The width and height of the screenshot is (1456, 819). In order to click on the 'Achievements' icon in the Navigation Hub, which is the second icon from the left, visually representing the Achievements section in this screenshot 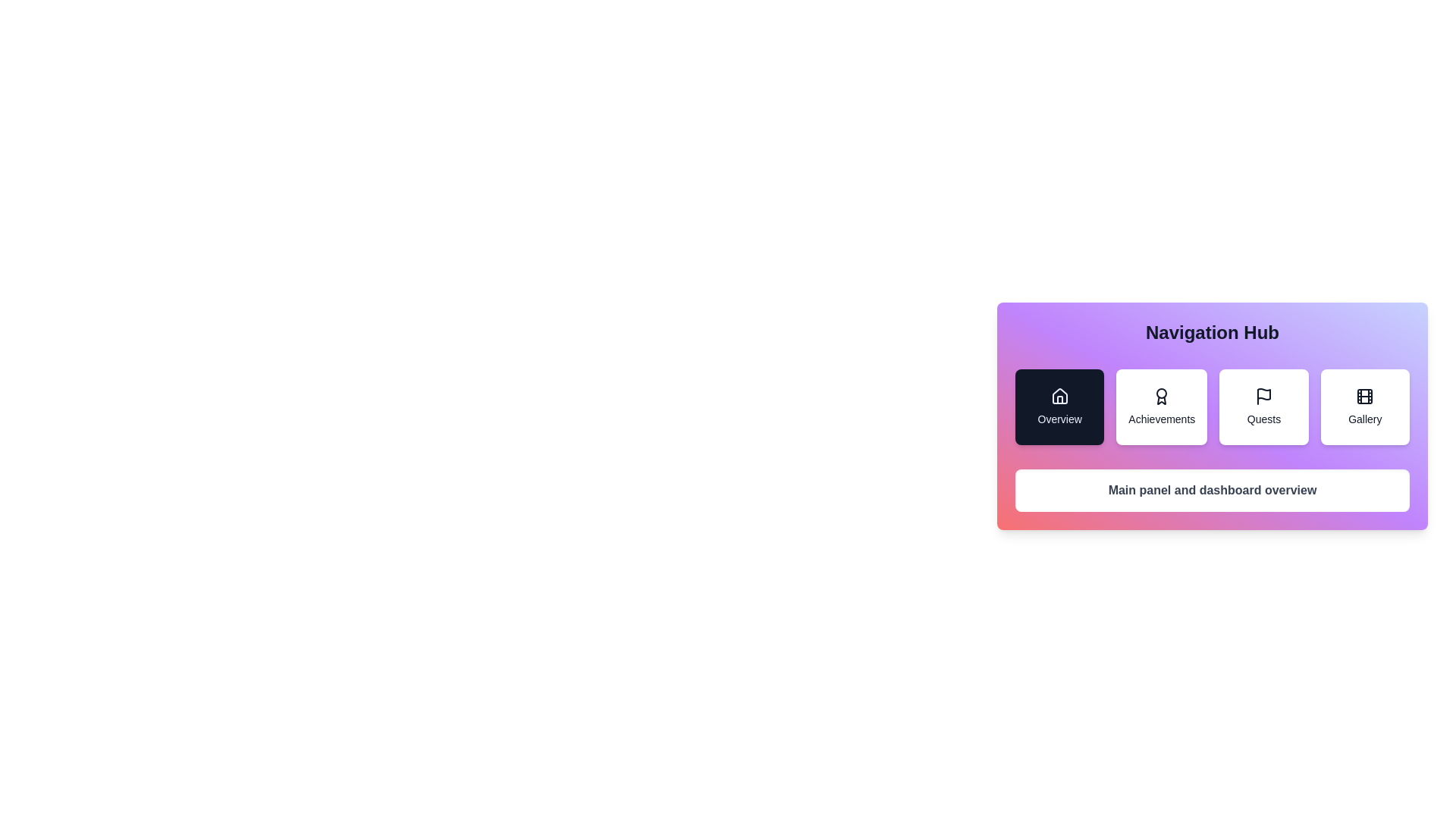, I will do `click(1161, 396)`.